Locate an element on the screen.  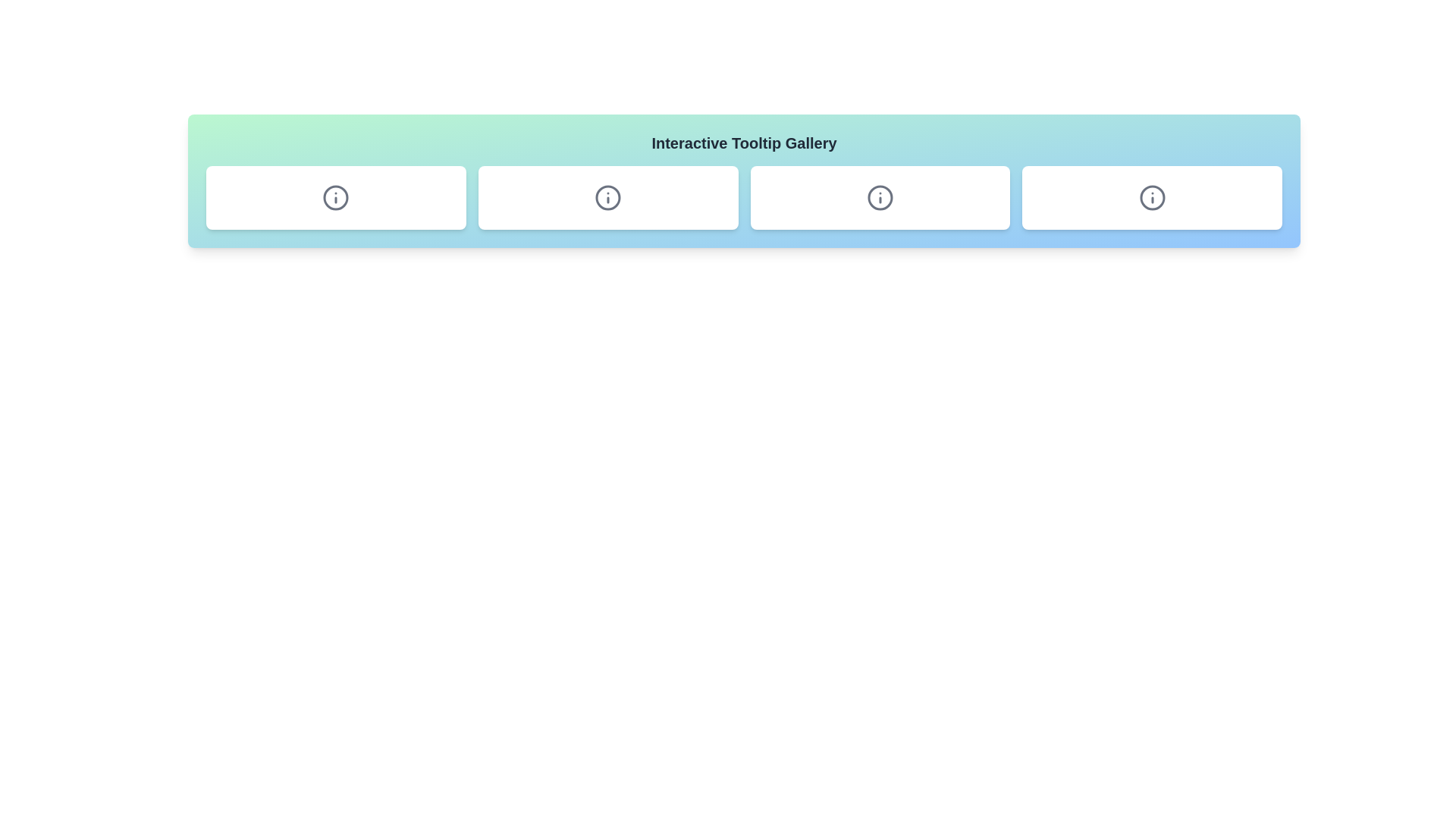
the fourth information icon is located at coordinates (1152, 197).